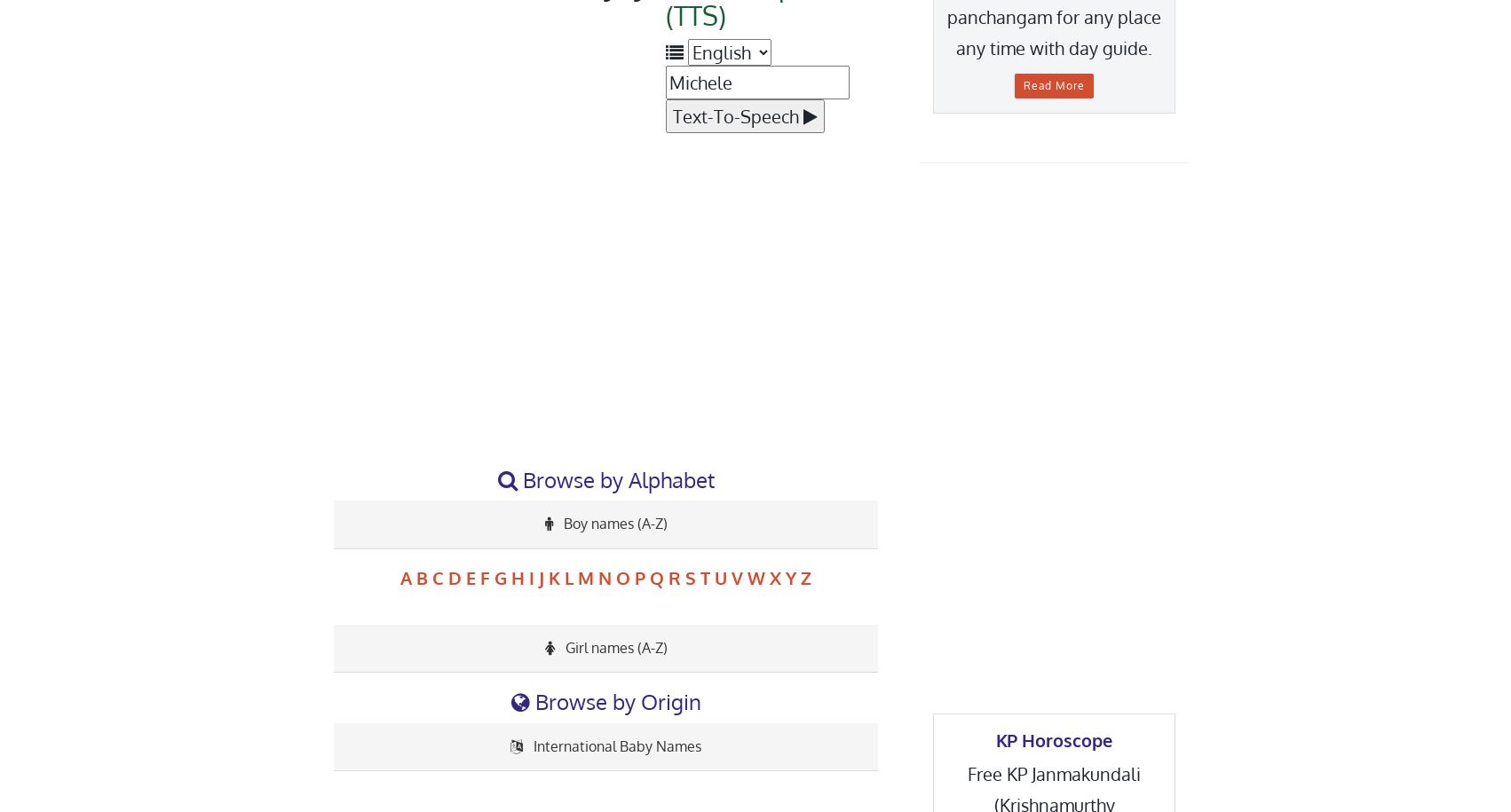  I want to click on 'Browse by Origin', so click(529, 700).